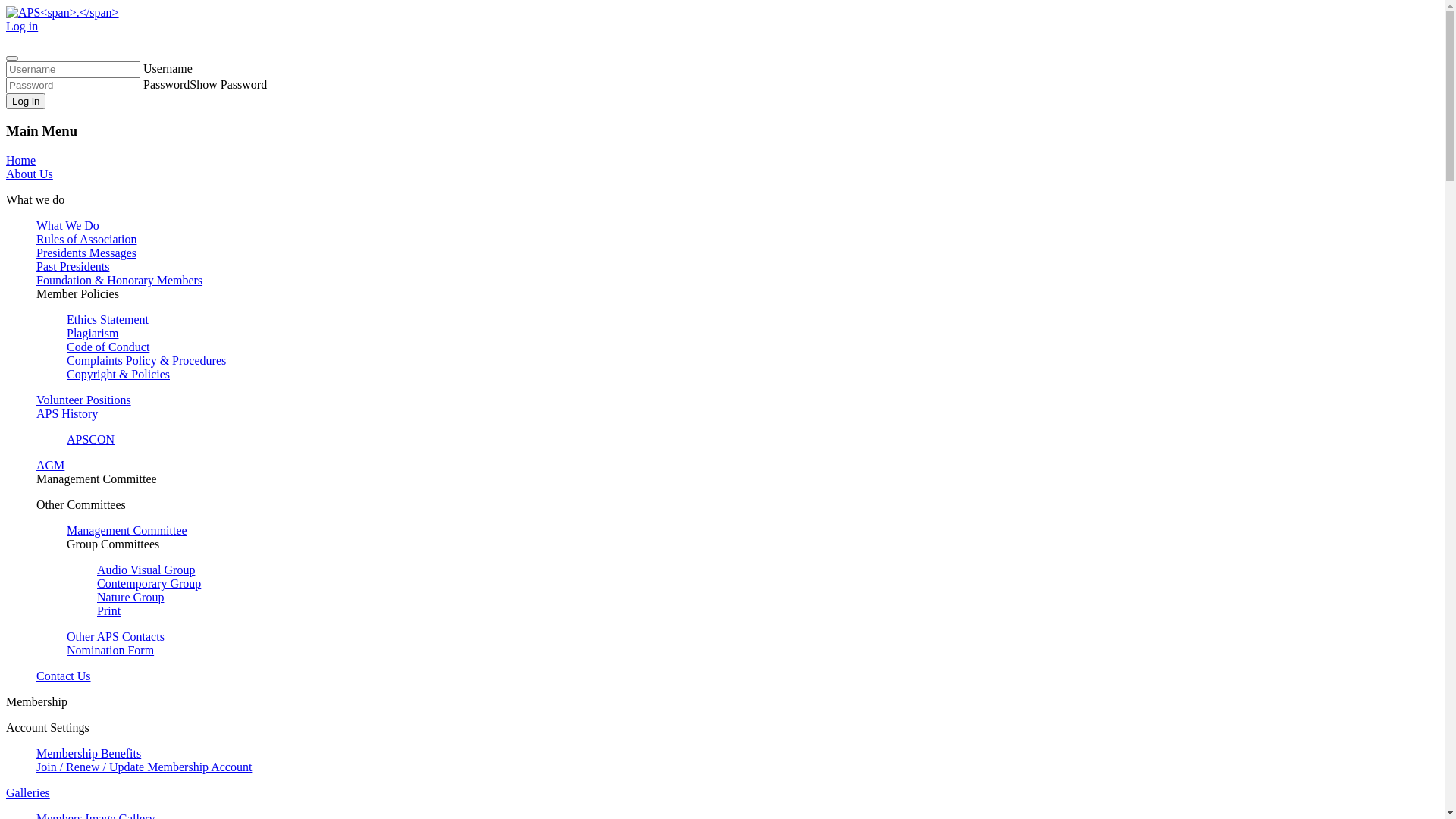  I want to click on 'APS', so click(61, 12).